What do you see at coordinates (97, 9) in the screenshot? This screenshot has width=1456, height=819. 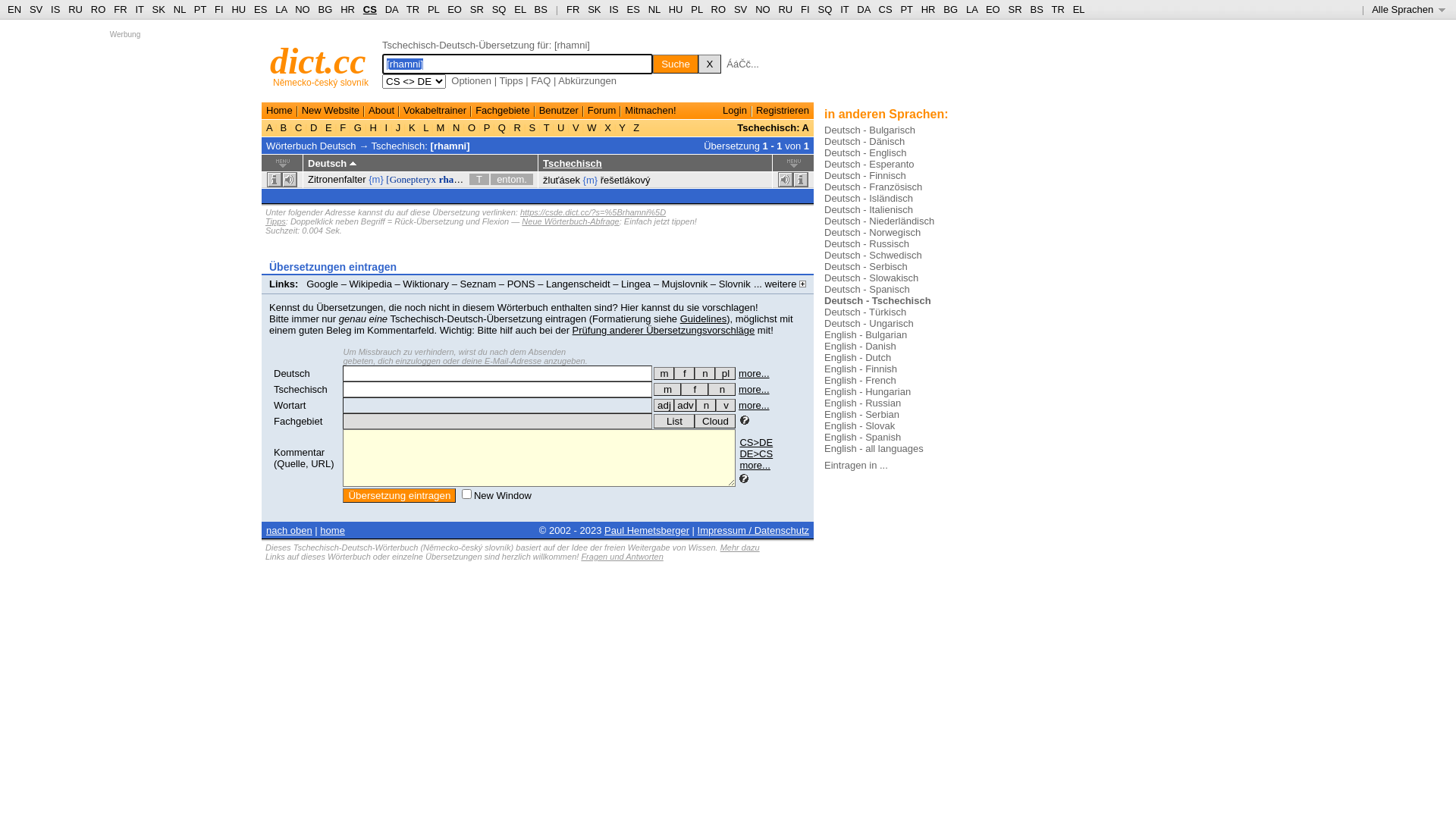 I see `'RO'` at bounding box center [97, 9].